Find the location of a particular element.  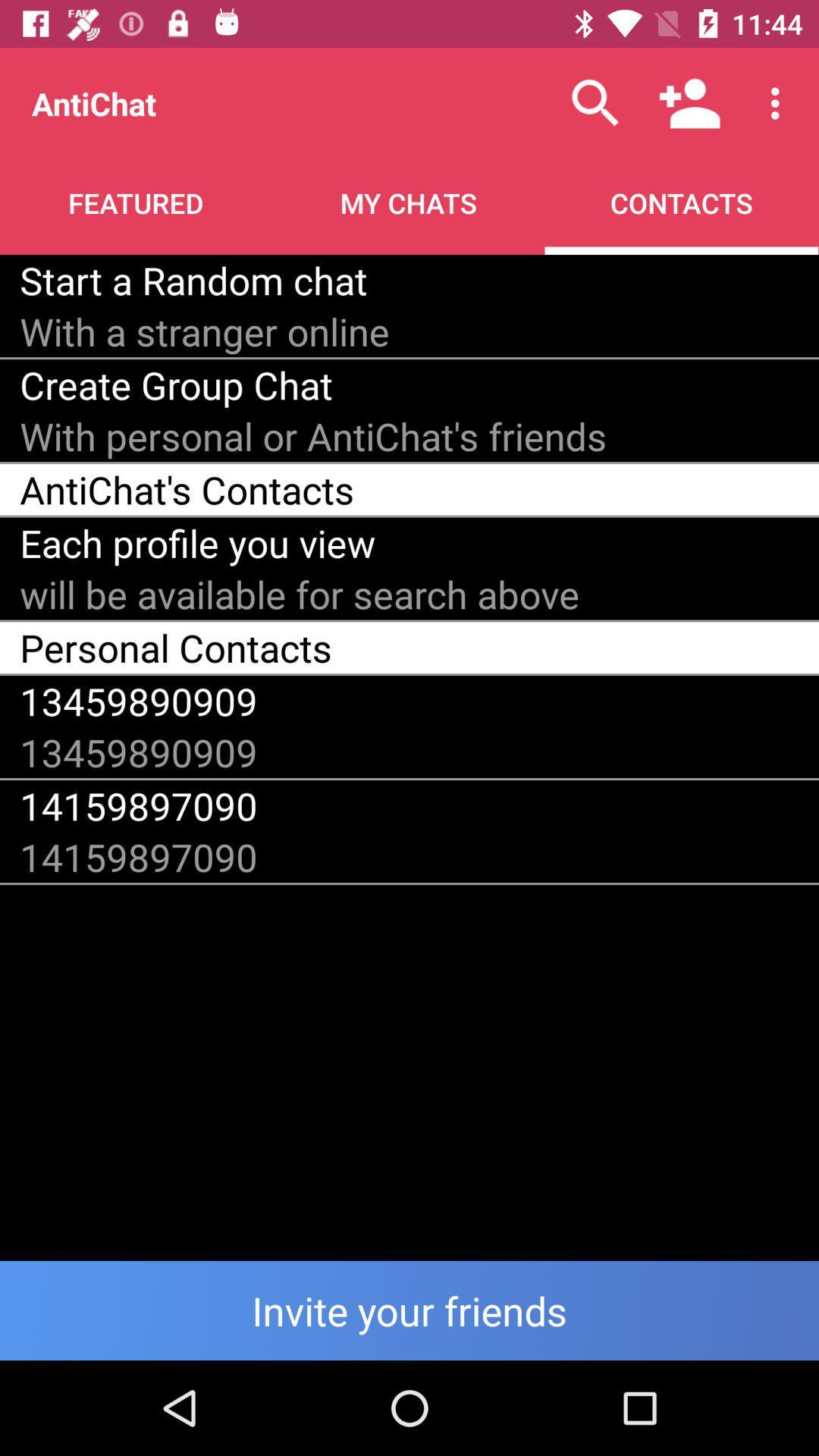

with a stranger item is located at coordinates (205, 331).